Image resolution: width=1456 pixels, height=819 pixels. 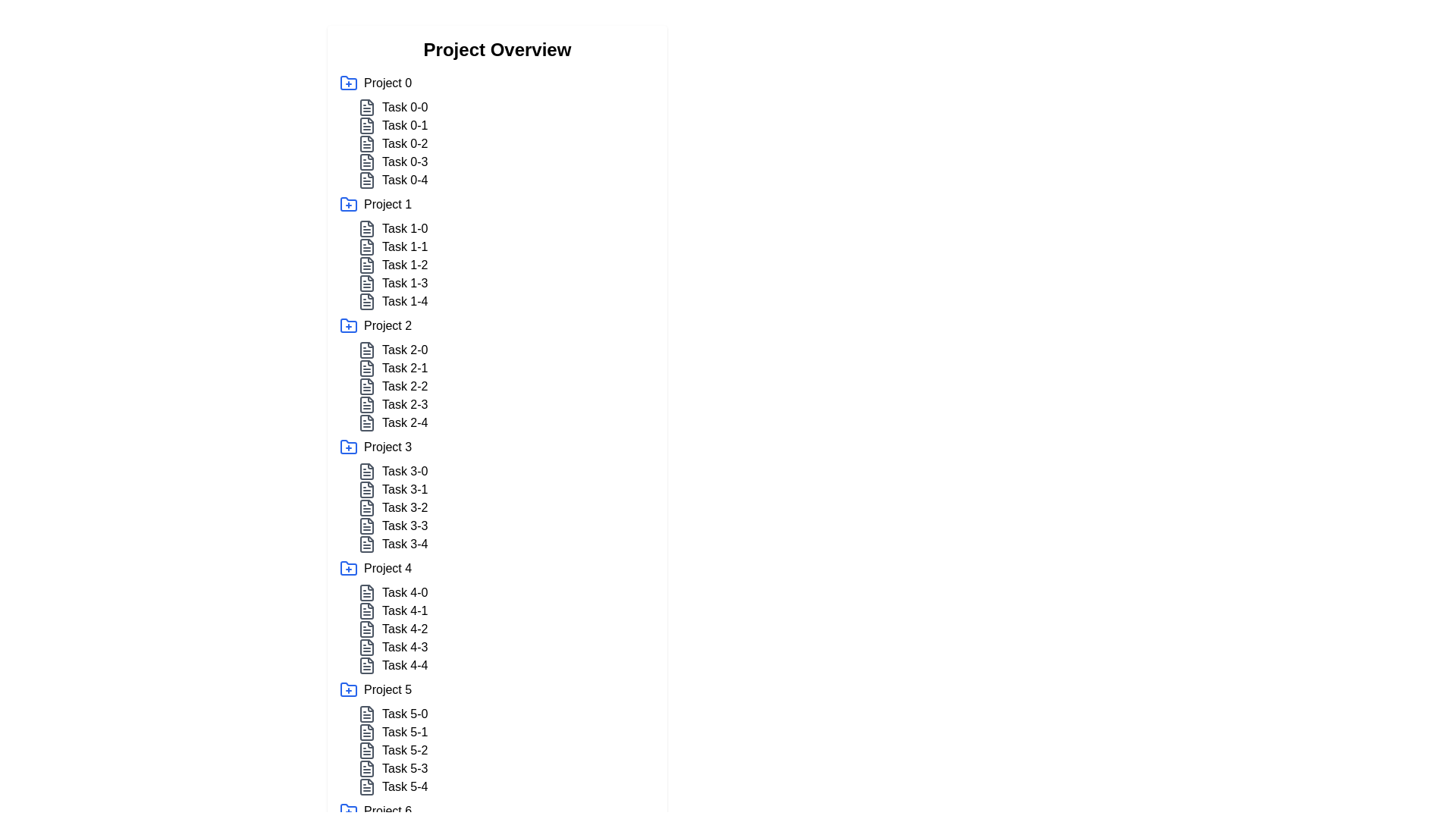 I want to click on the 'Project 1' label in the hierarchical list to interact with it, so click(x=388, y=205).